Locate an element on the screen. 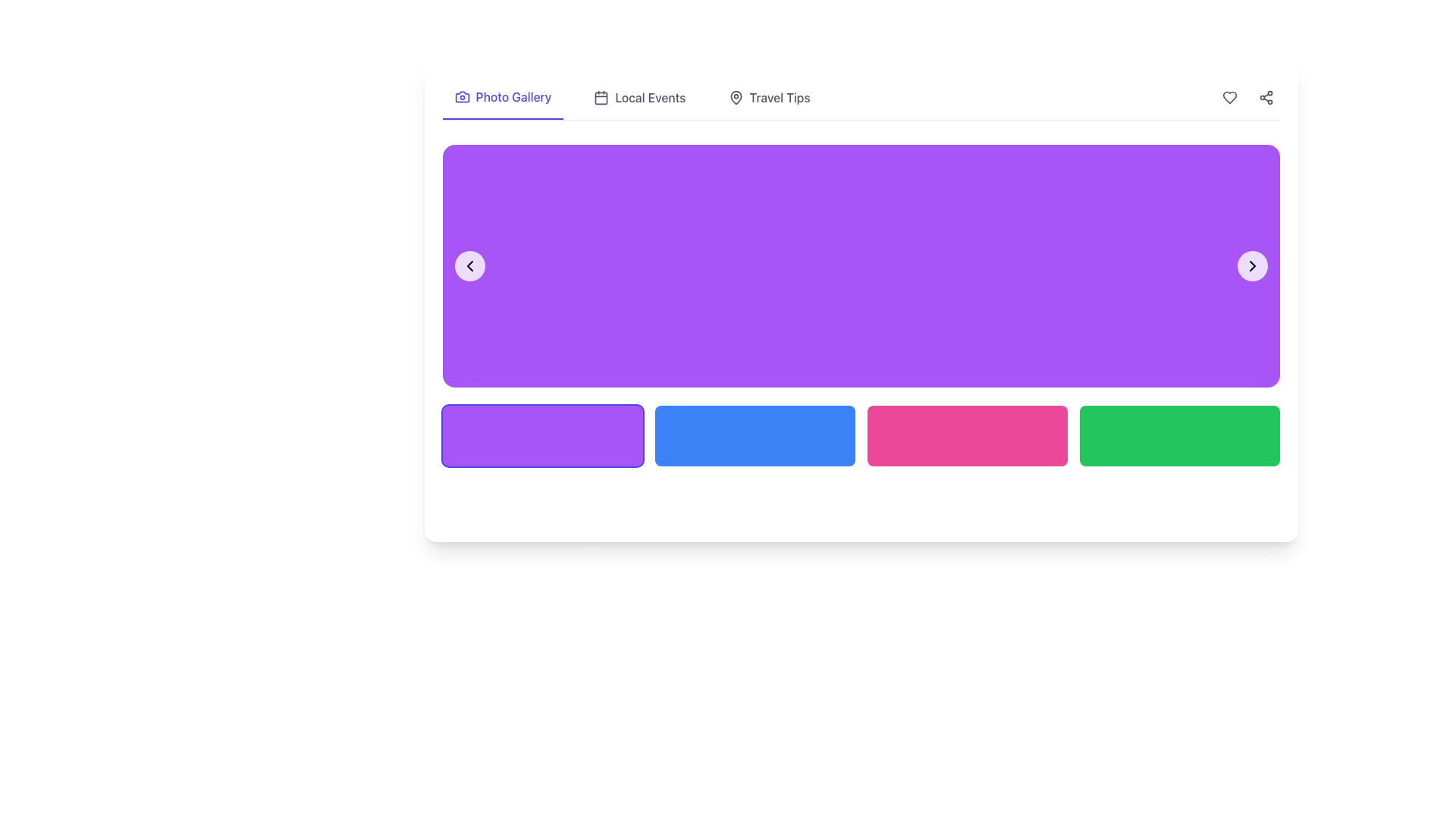 This screenshot has width=1456, height=819. text label 'Travel Tips' located at the rightmost side of the horizontal menu, next to the map pin icon is located at coordinates (780, 97).